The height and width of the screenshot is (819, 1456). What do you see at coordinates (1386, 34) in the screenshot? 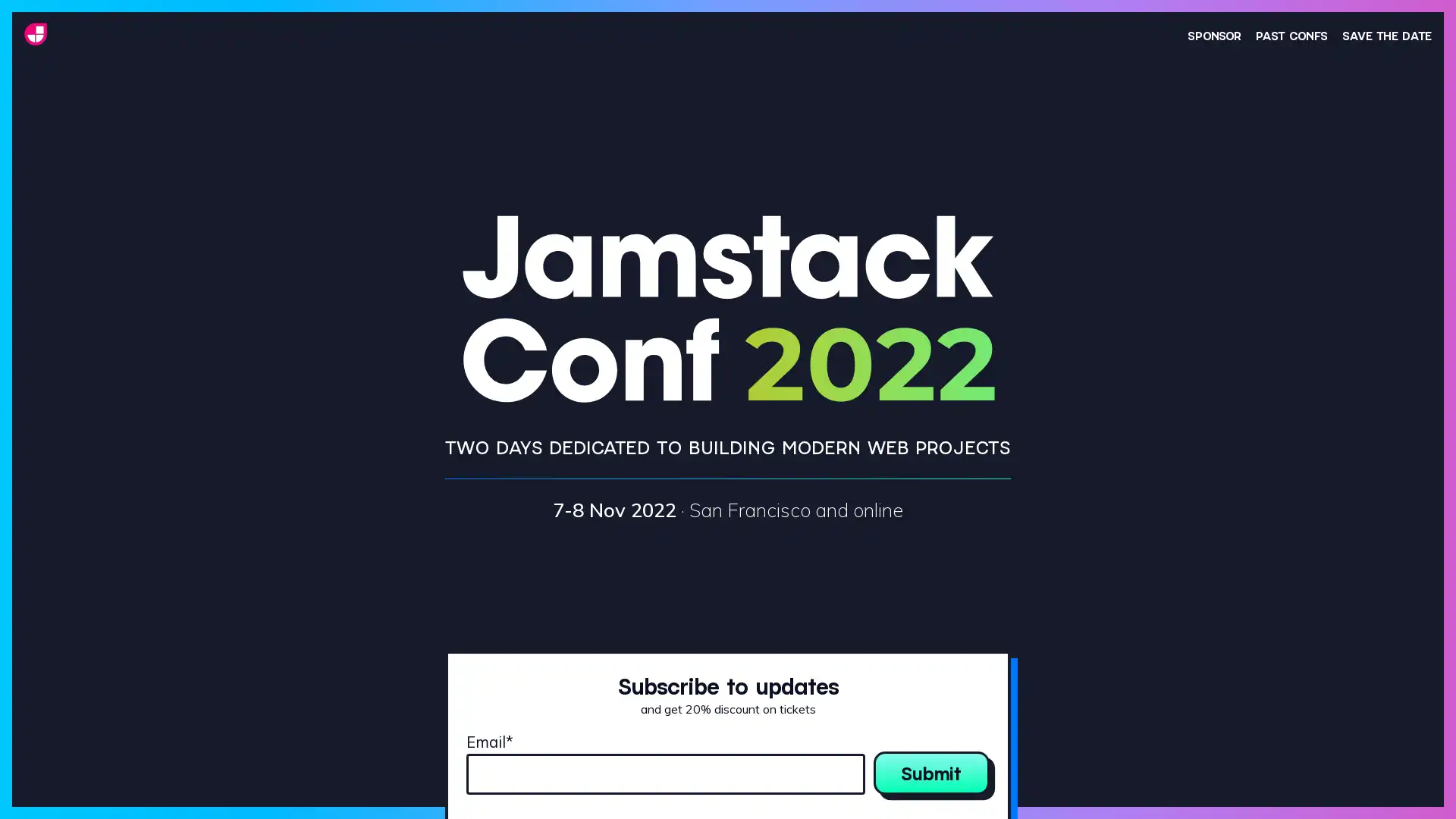
I see `SAVE THE DATE` at bounding box center [1386, 34].